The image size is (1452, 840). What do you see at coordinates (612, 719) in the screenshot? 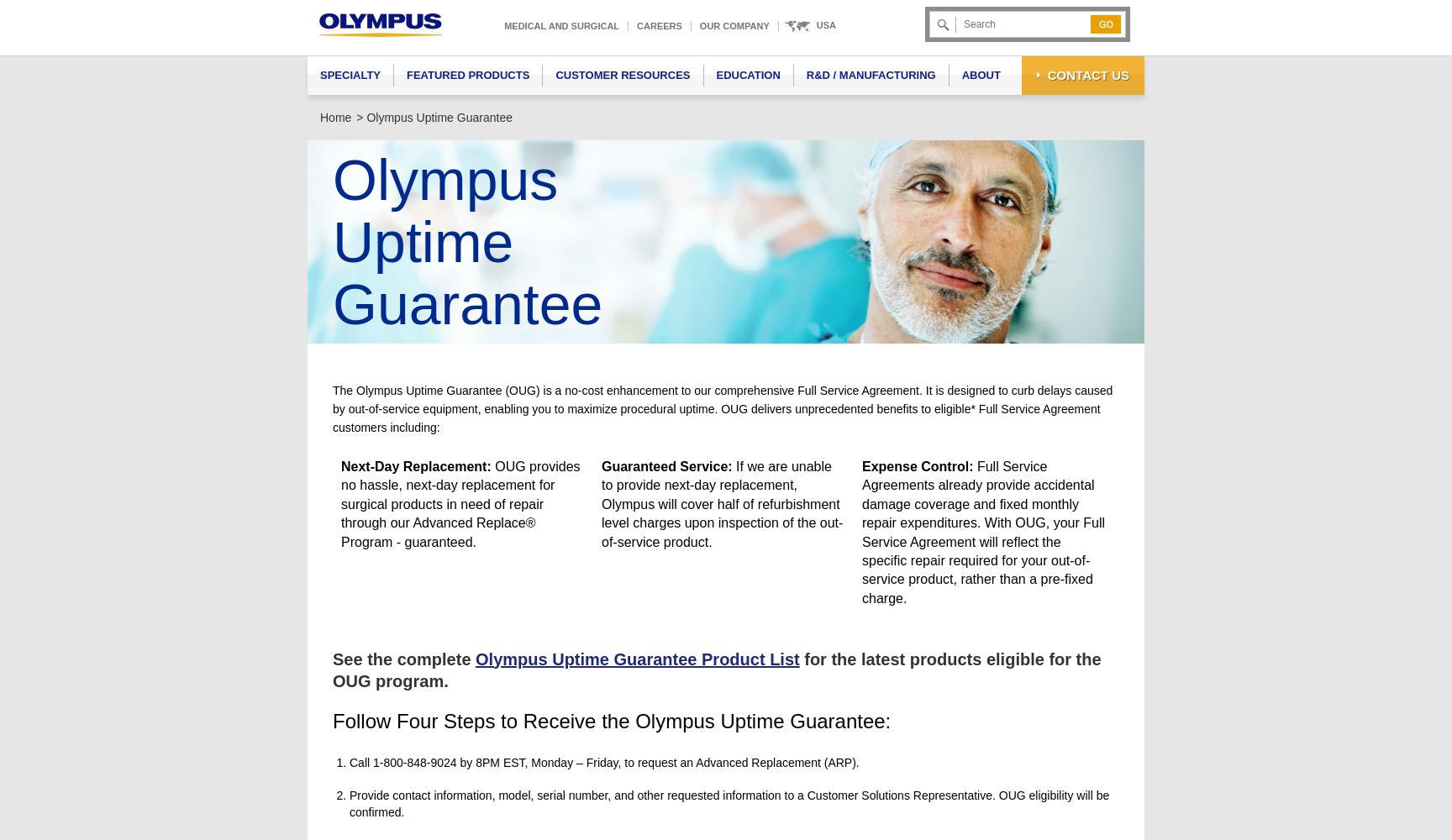
I see `'Follow Four Steps to Receive the Olympus Uptime Guarantee:'` at bounding box center [612, 719].